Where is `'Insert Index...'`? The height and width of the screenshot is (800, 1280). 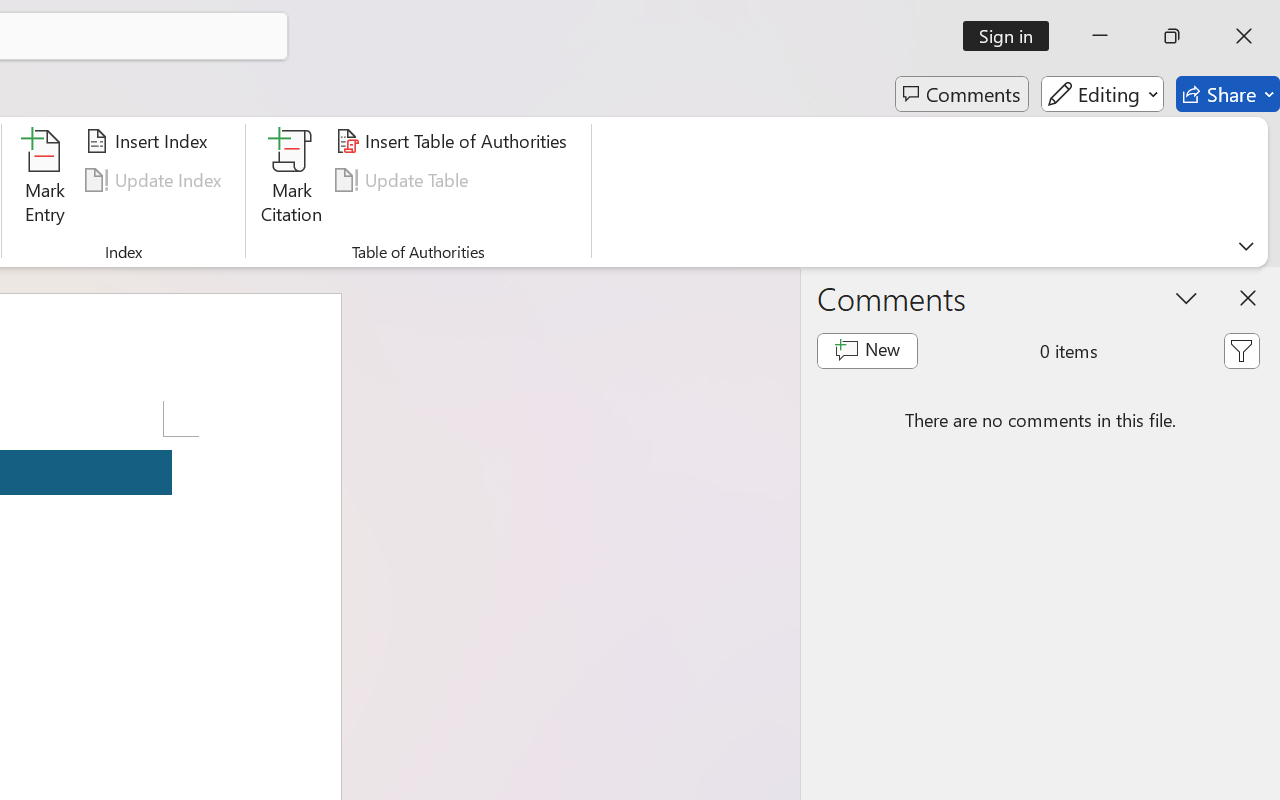
'Insert Index...' is located at coordinates (148, 141).